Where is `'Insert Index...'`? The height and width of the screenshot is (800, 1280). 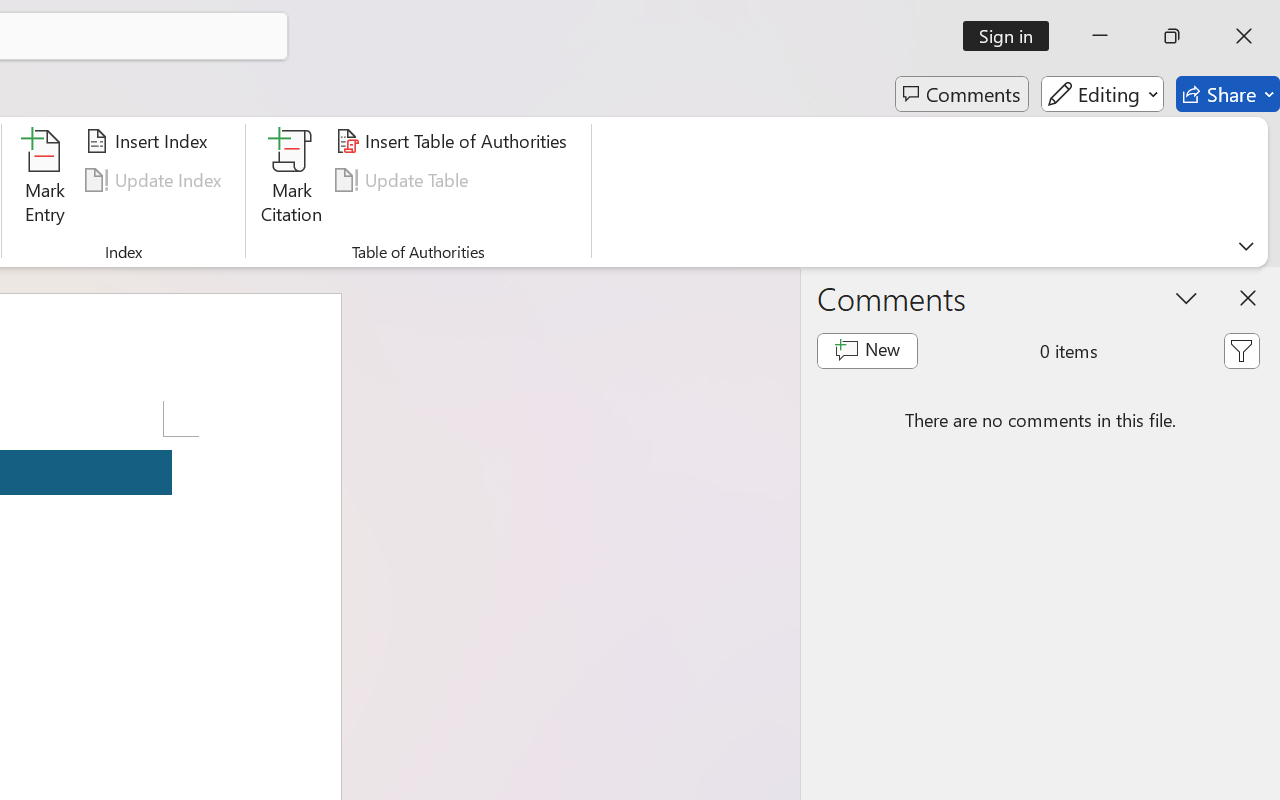
'Insert Index...' is located at coordinates (148, 141).